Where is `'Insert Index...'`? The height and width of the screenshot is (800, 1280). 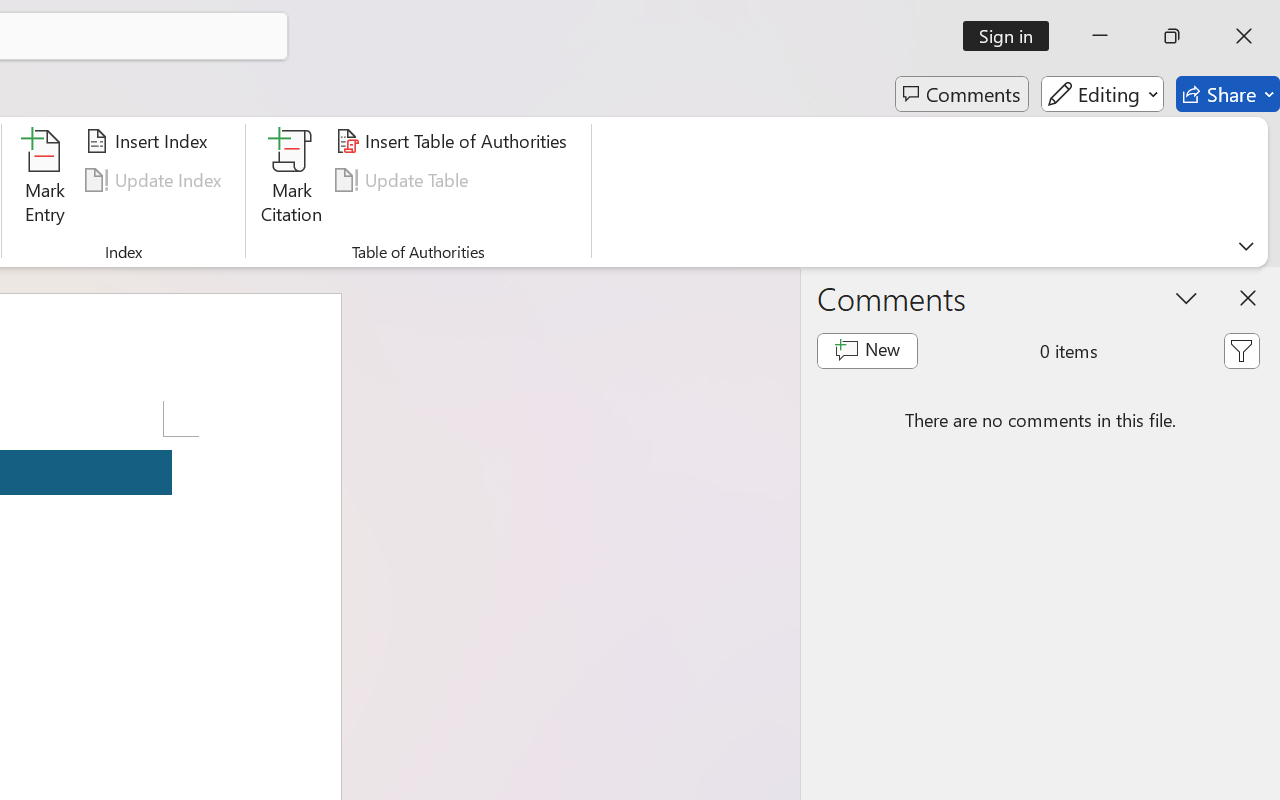
'Insert Index...' is located at coordinates (148, 141).